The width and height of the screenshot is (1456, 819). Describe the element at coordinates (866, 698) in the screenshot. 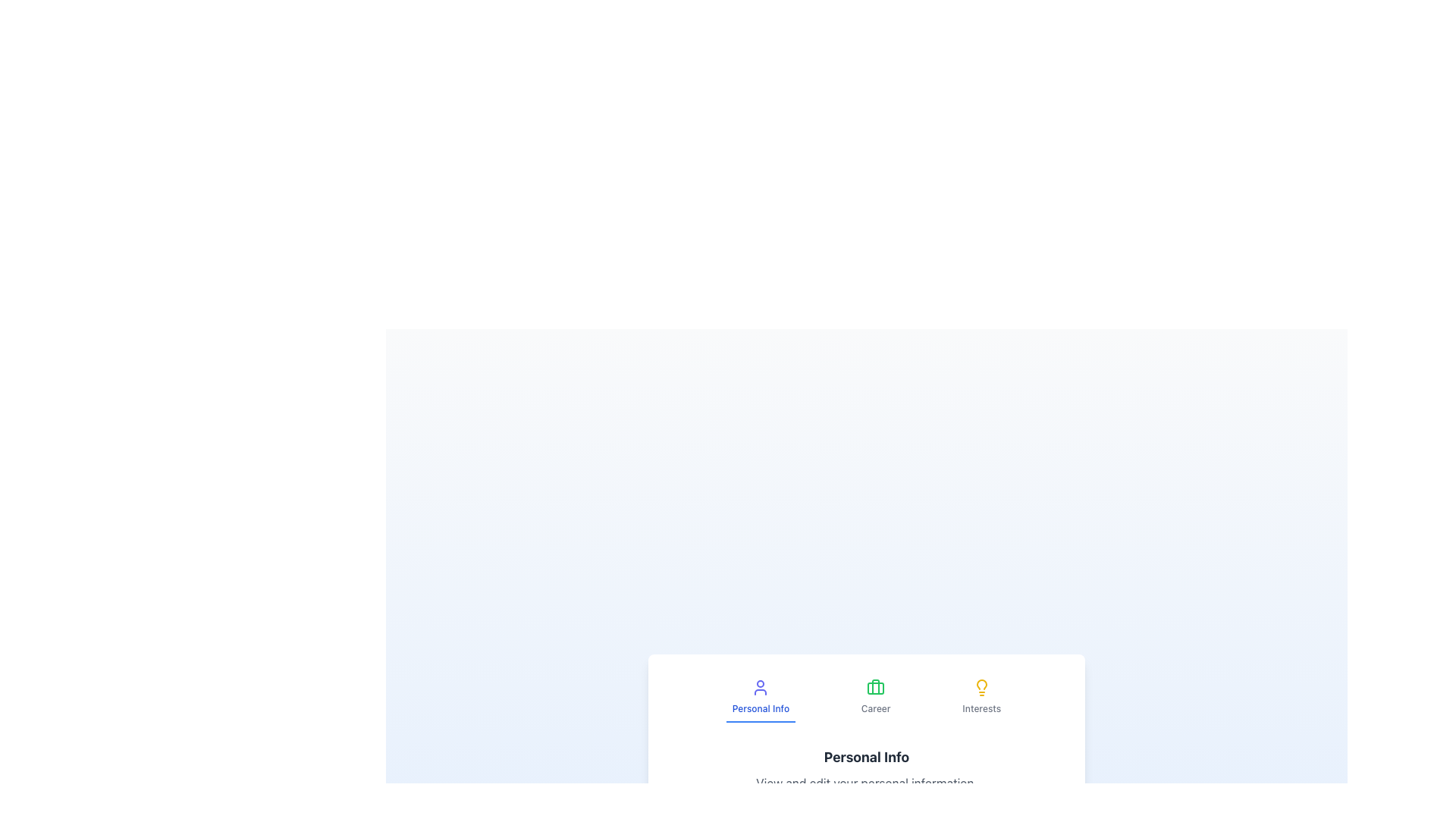

I see `on the tab in the Tab Navigation Bar that allows switching between sections labeled 'Personal Info', 'Career', and 'Interests'` at that location.